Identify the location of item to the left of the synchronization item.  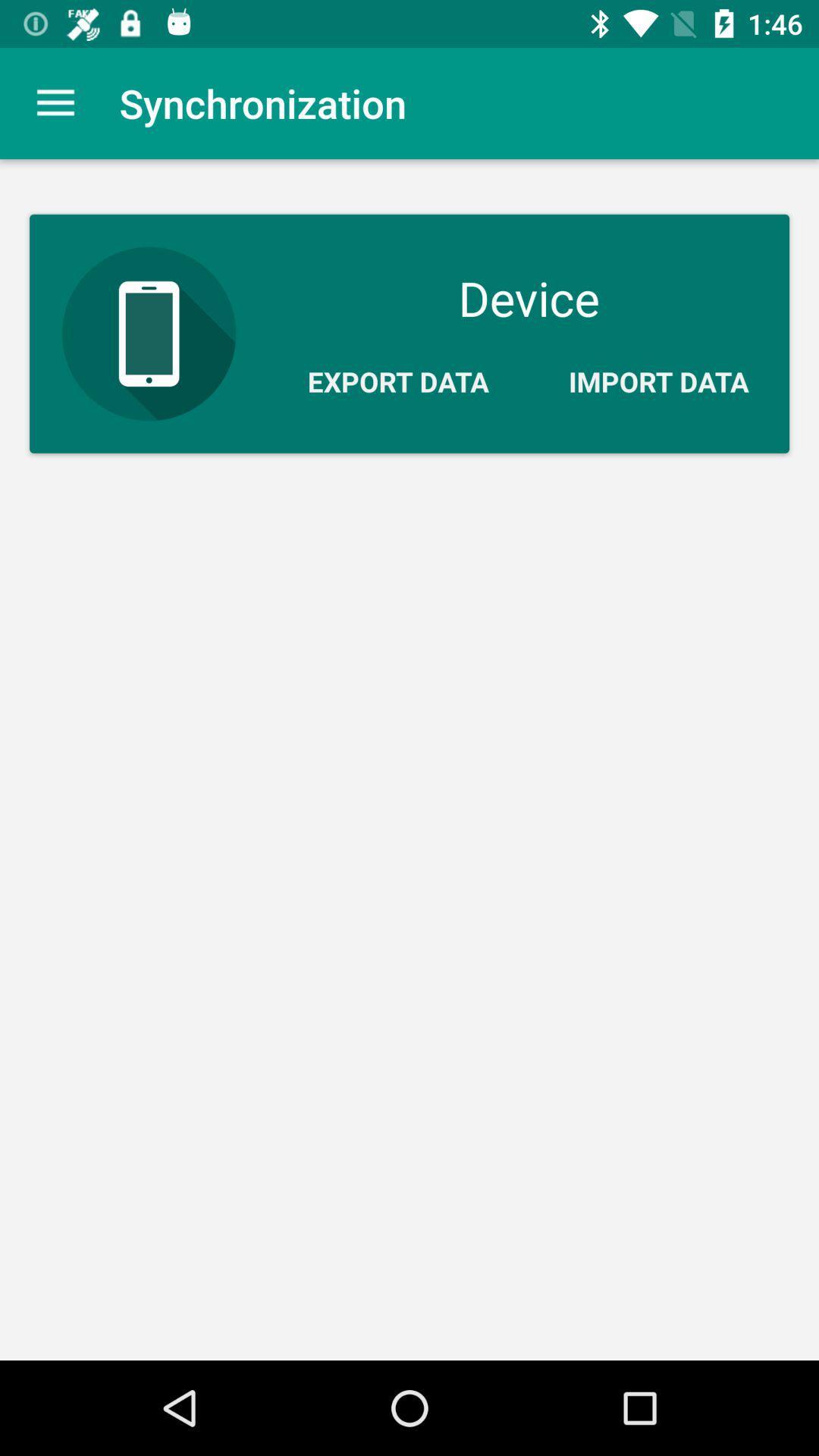
(55, 102).